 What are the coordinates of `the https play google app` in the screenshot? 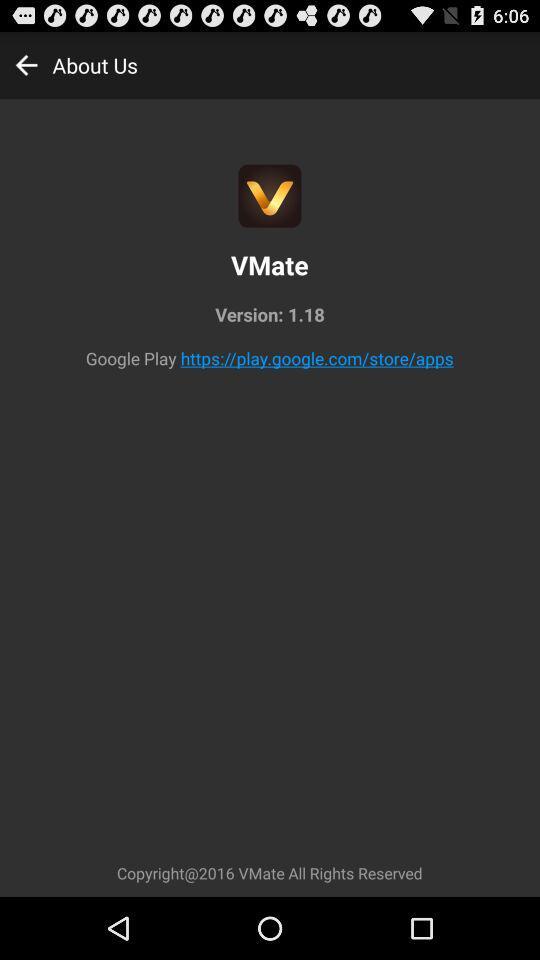 It's located at (317, 358).